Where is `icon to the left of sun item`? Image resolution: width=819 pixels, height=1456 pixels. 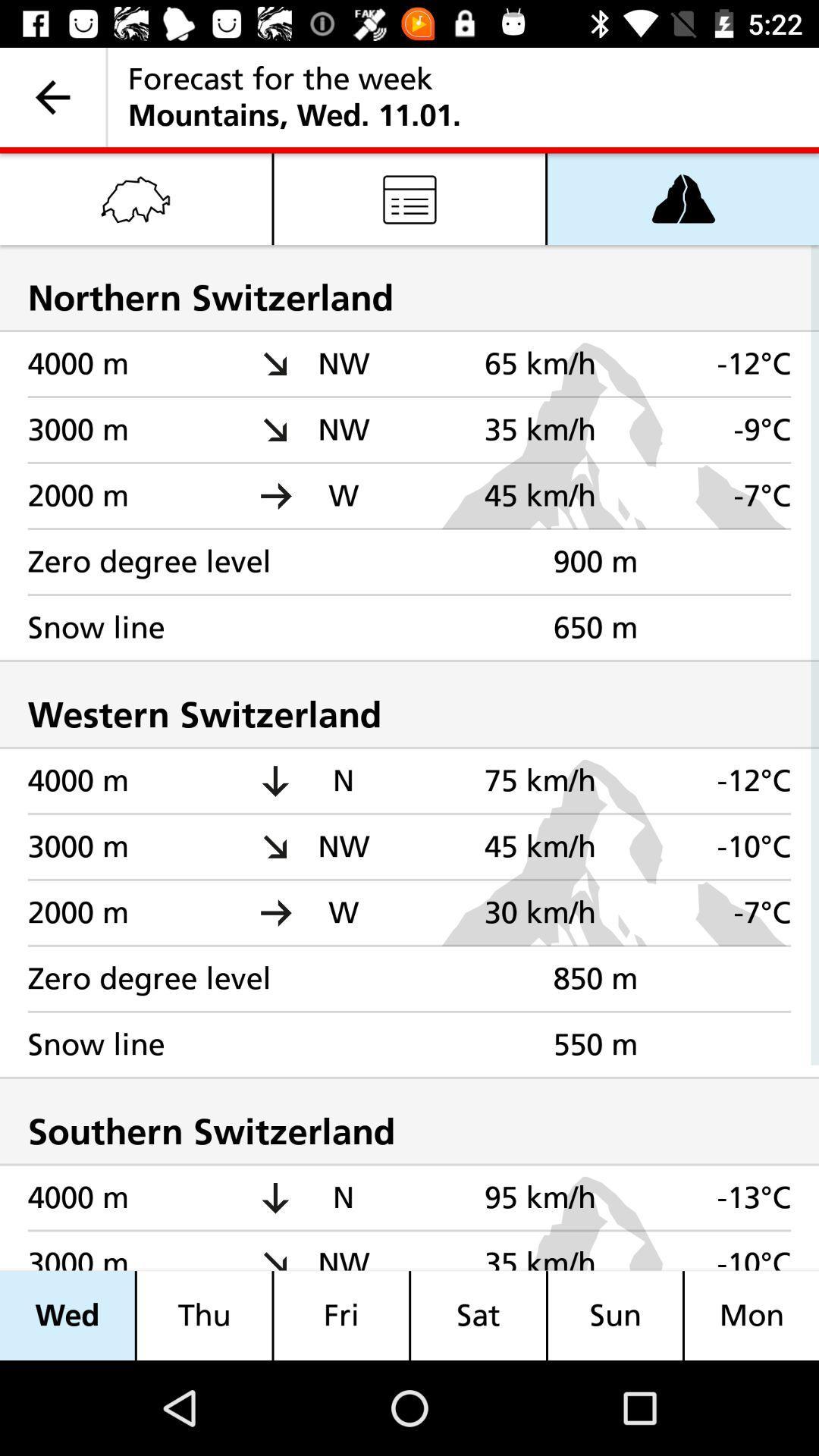 icon to the left of sun item is located at coordinates (479, 1315).